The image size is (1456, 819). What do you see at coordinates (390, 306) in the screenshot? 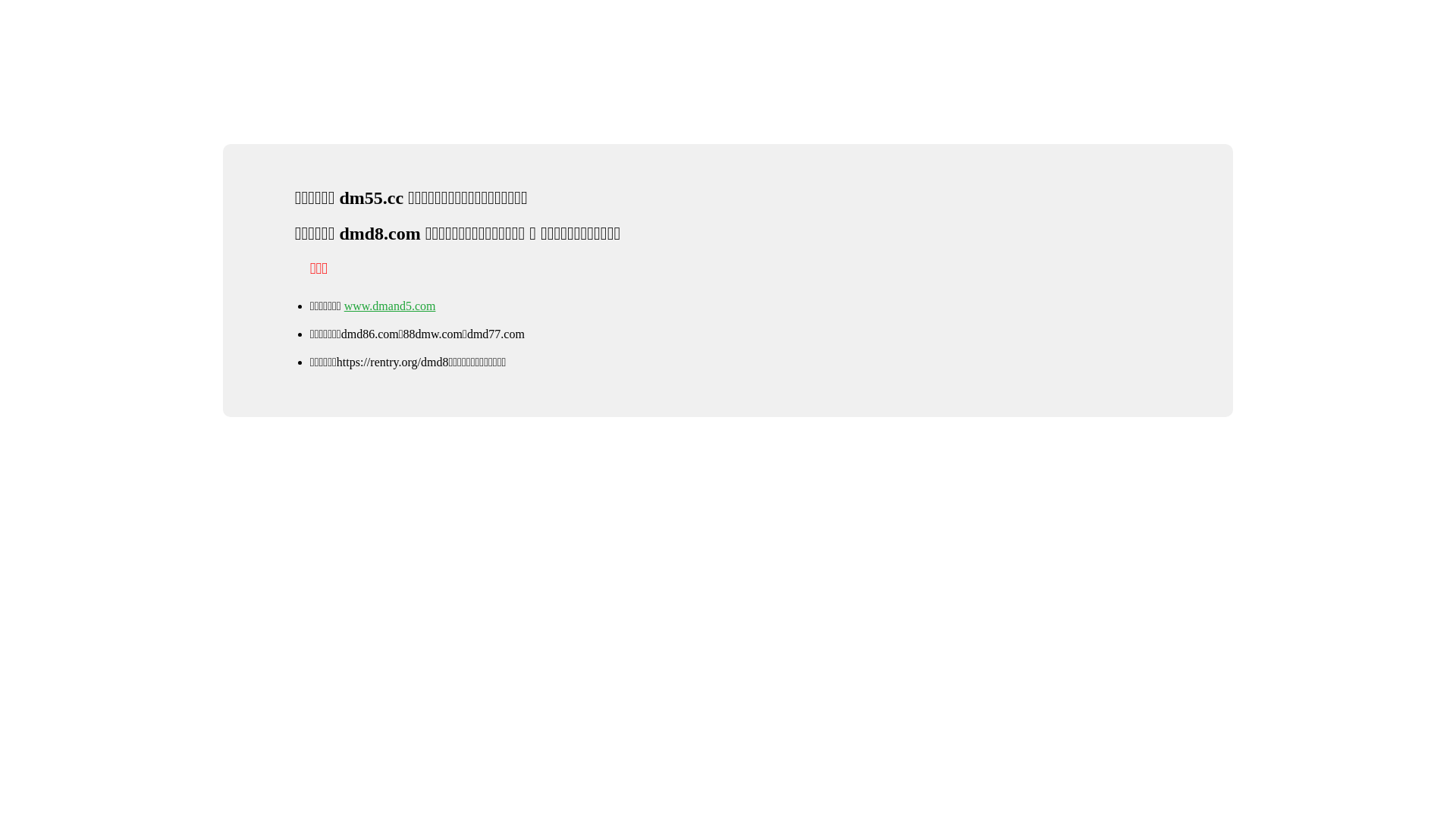
I see `'www.dmand5.com'` at bounding box center [390, 306].